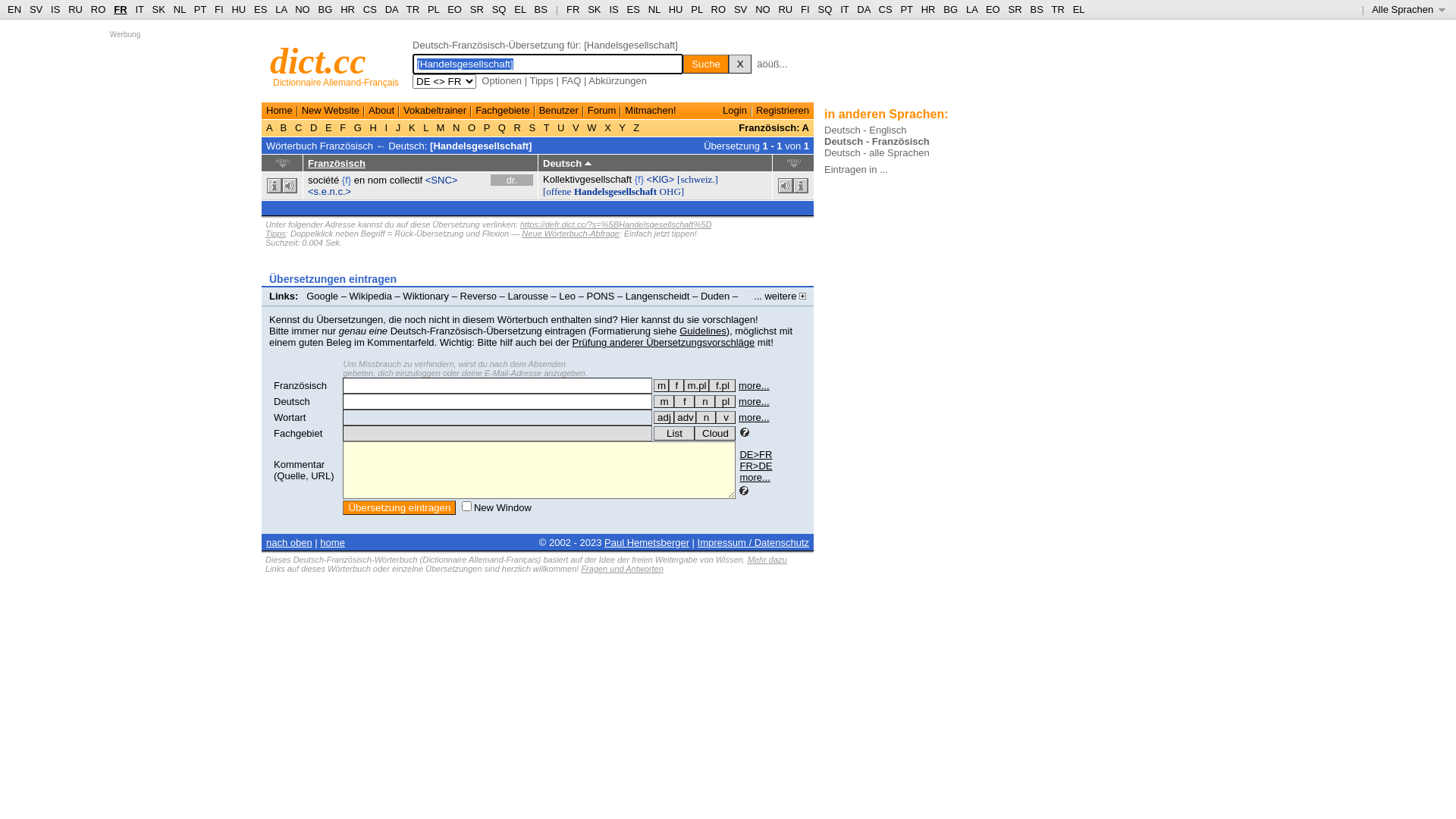 The height and width of the screenshot is (819, 1456). Describe the element at coordinates (714, 433) in the screenshot. I see `'Cloud'` at that location.